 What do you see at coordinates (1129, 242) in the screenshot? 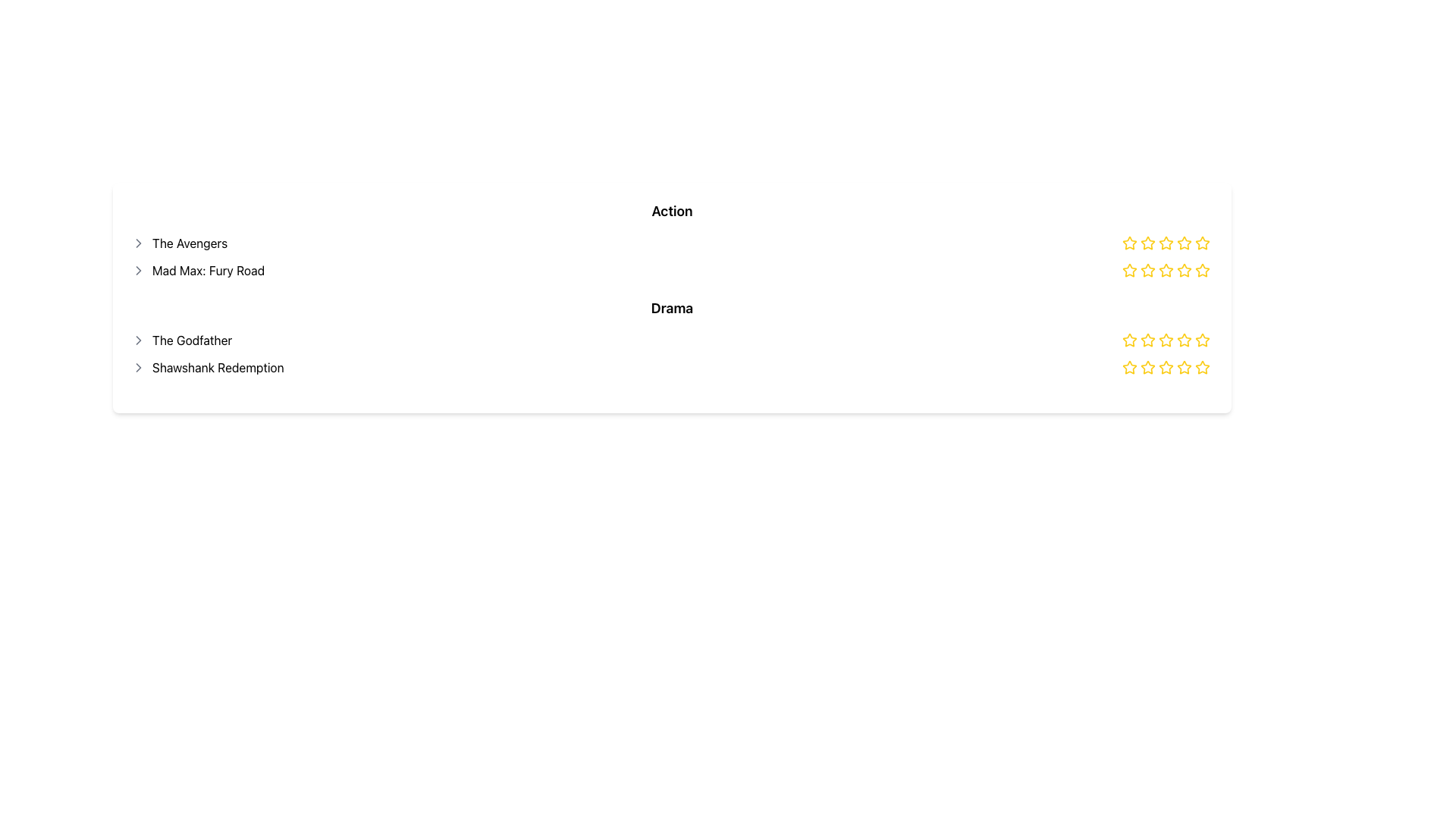
I see `the first Rating star icon with a yellow outline` at bounding box center [1129, 242].